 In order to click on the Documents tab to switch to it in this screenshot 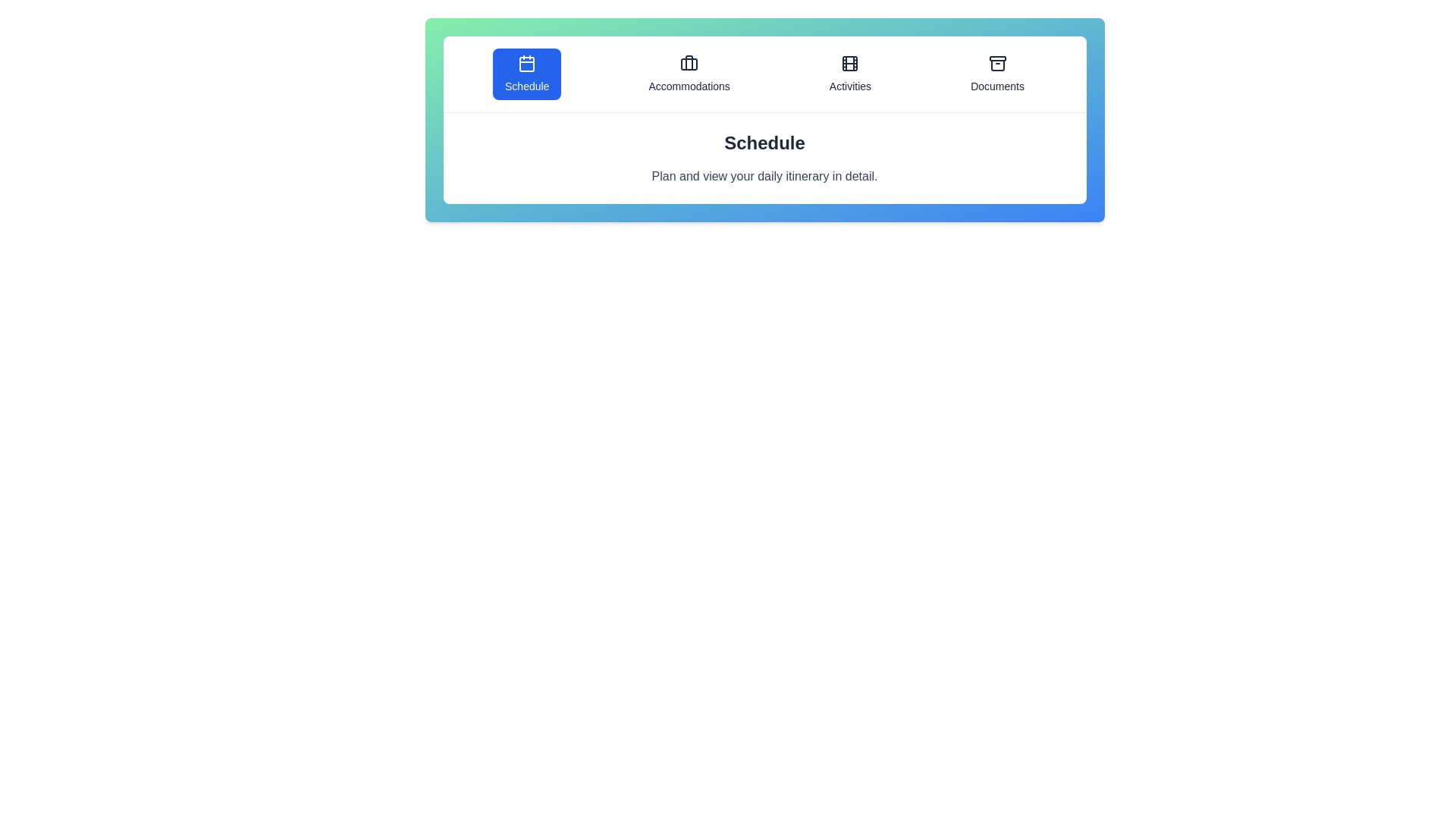, I will do `click(997, 74)`.